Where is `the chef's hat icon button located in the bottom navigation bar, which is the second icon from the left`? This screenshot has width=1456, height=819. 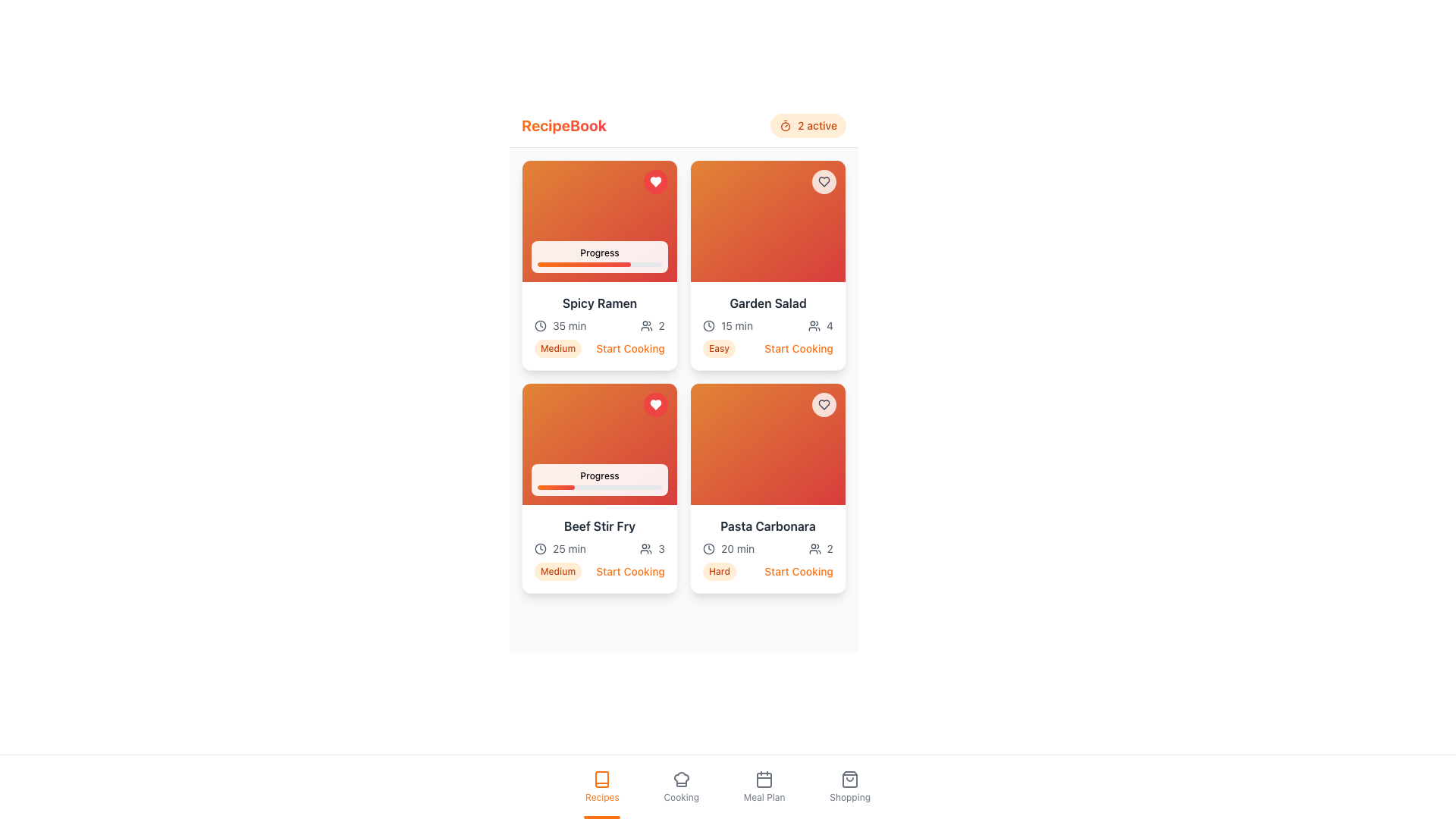
the chef's hat icon button located in the bottom navigation bar, which is the second icon from the left is located at coordinates (680, 780).